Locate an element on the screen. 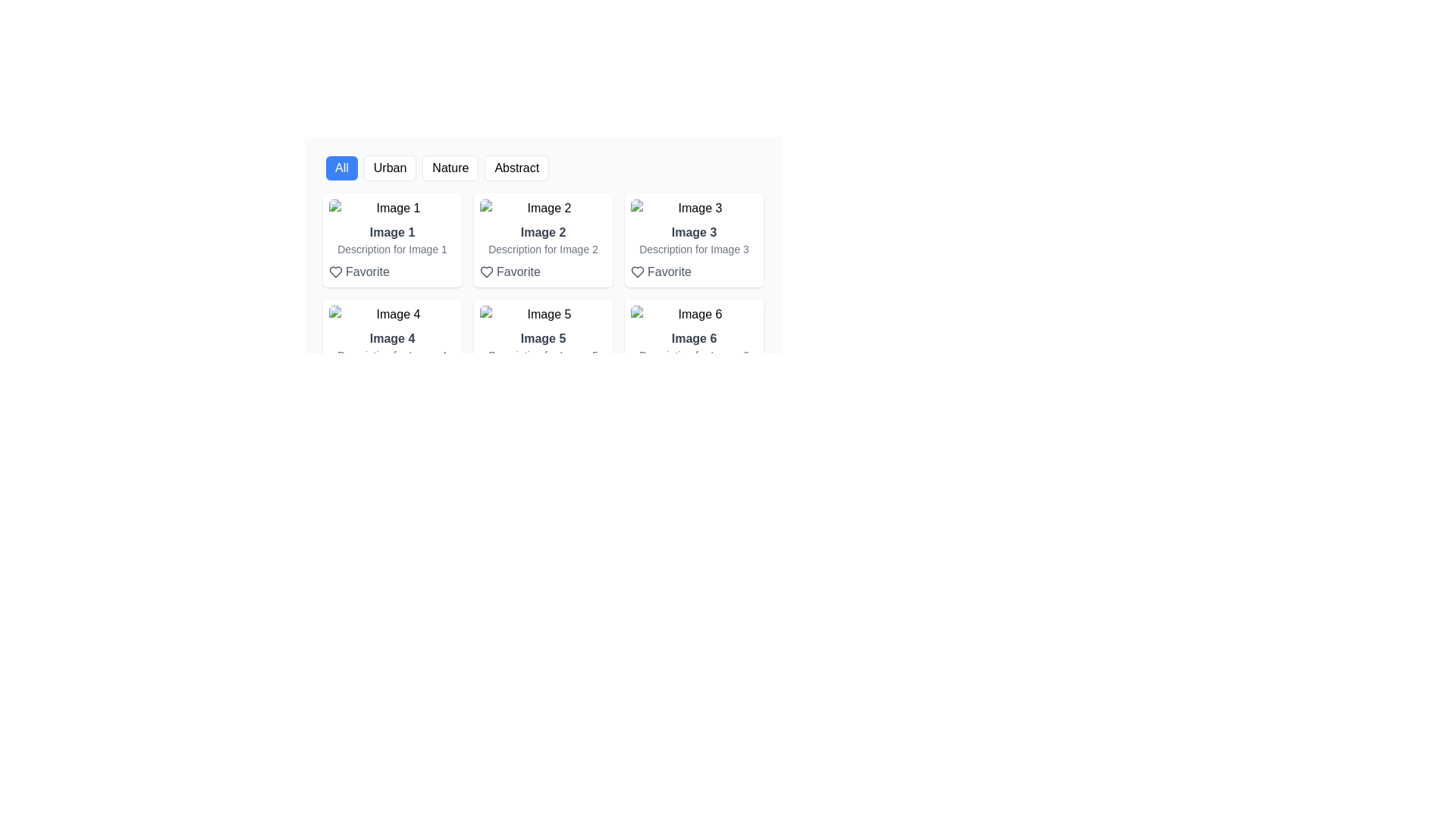 The image size is (1456, 819). the card component displaying 'Image 3' with a description 'Description for Image 3' and a heart icon labeled 'Favorite' at the bottom is located at coordinates (693, 239).